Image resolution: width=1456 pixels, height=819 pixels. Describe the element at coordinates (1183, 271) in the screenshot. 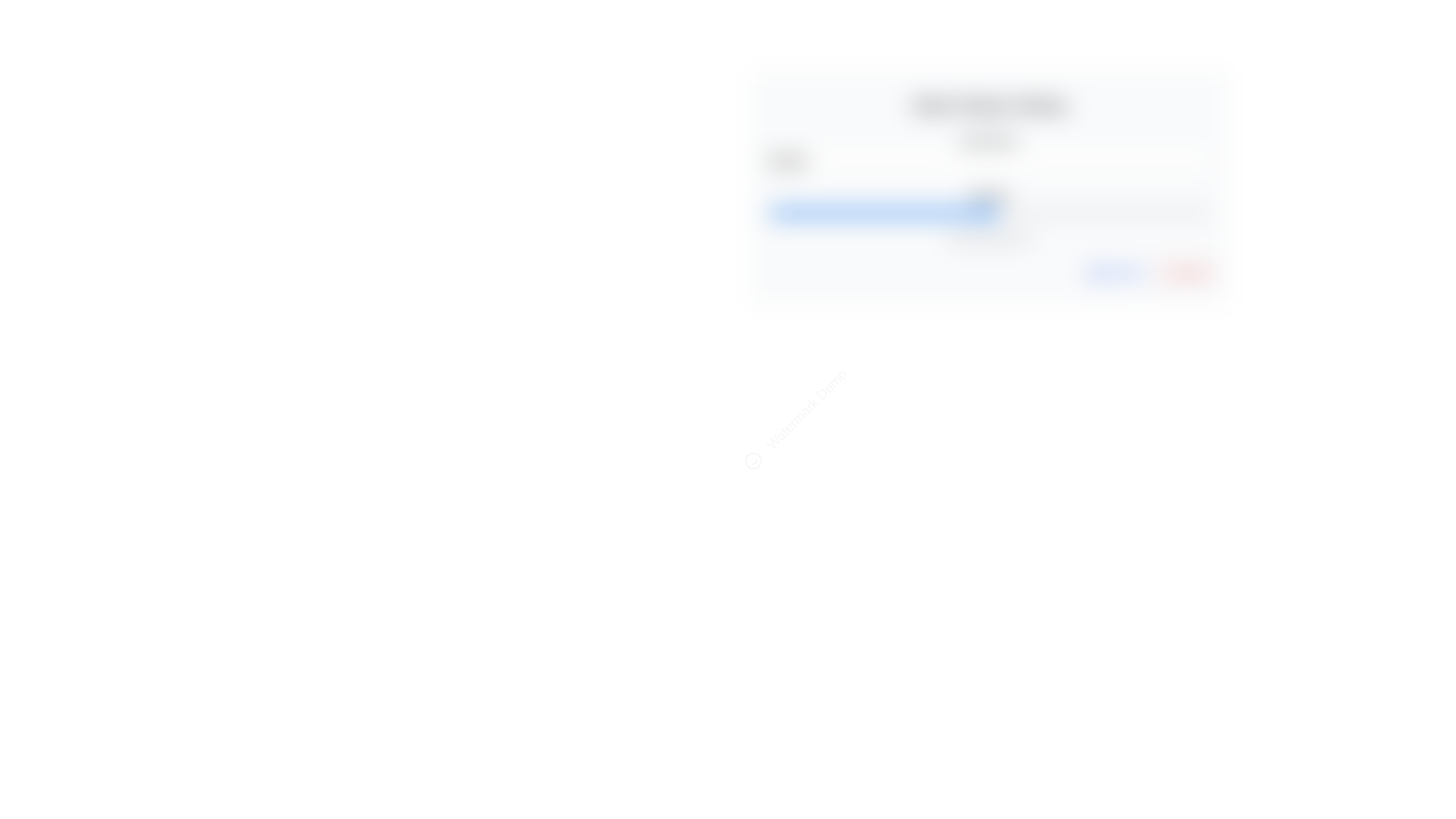

I see `the cancel button, which is the second button from the right in a horizontal row of controls, following a blue-colored button labeled 'Confirm'` at that location.